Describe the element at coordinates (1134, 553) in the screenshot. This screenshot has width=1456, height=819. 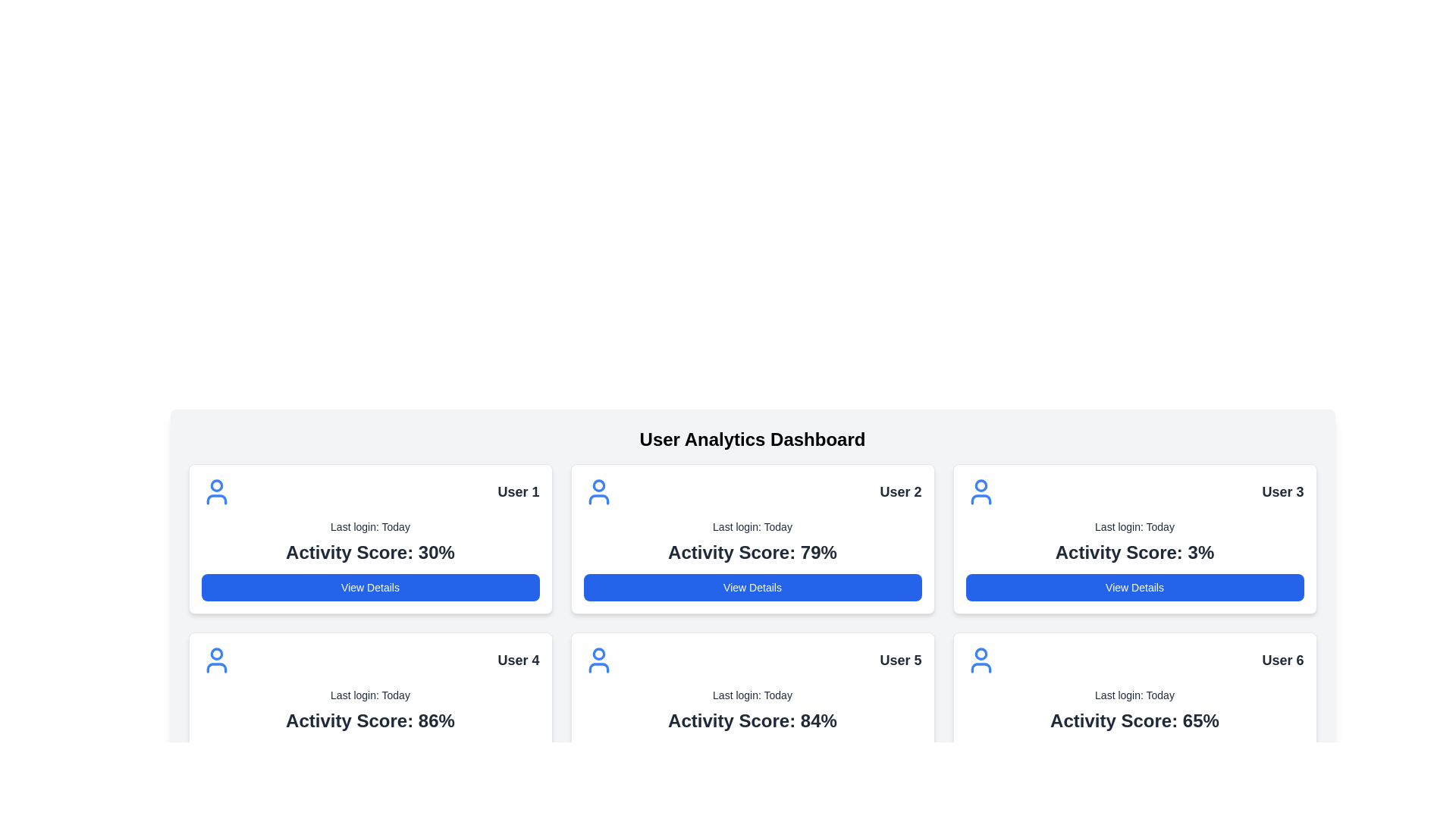
I see `the bold text label reading 'Activity Score: 3%' located in the top-right corner of the 'User 3' information card, positioned below 'Last login: Today' and above the 'View Details' button` at that location.